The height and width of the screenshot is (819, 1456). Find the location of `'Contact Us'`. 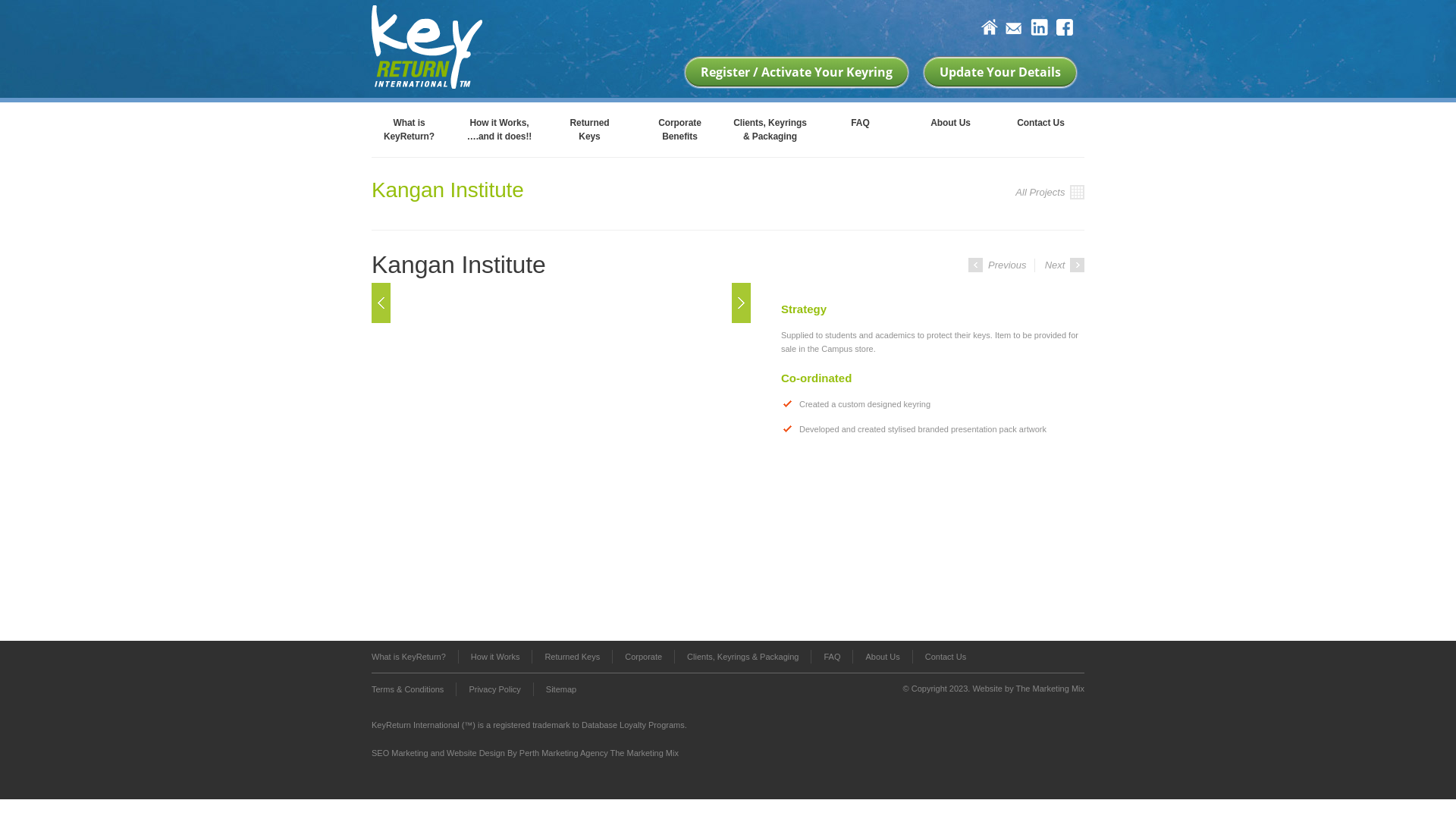

'Contact Us' is located at coordinates (938, 656).